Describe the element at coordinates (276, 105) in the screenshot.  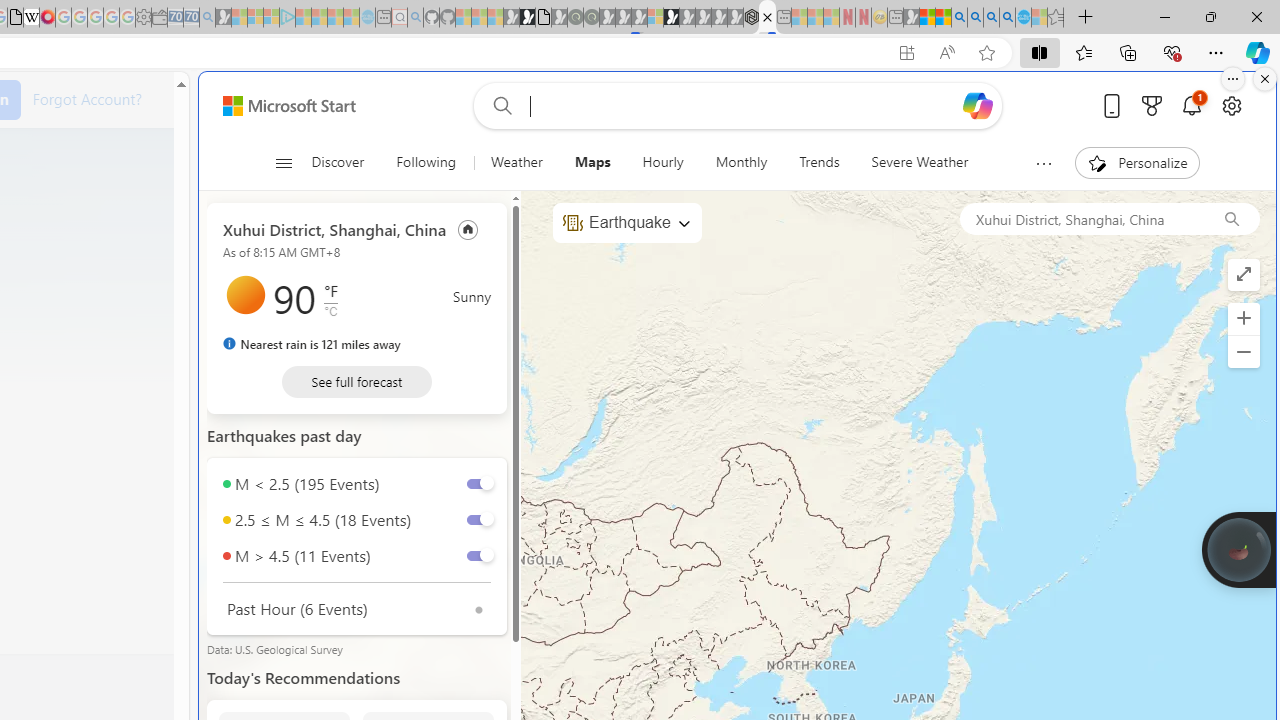
I see `'Skip to footer'` at that location.